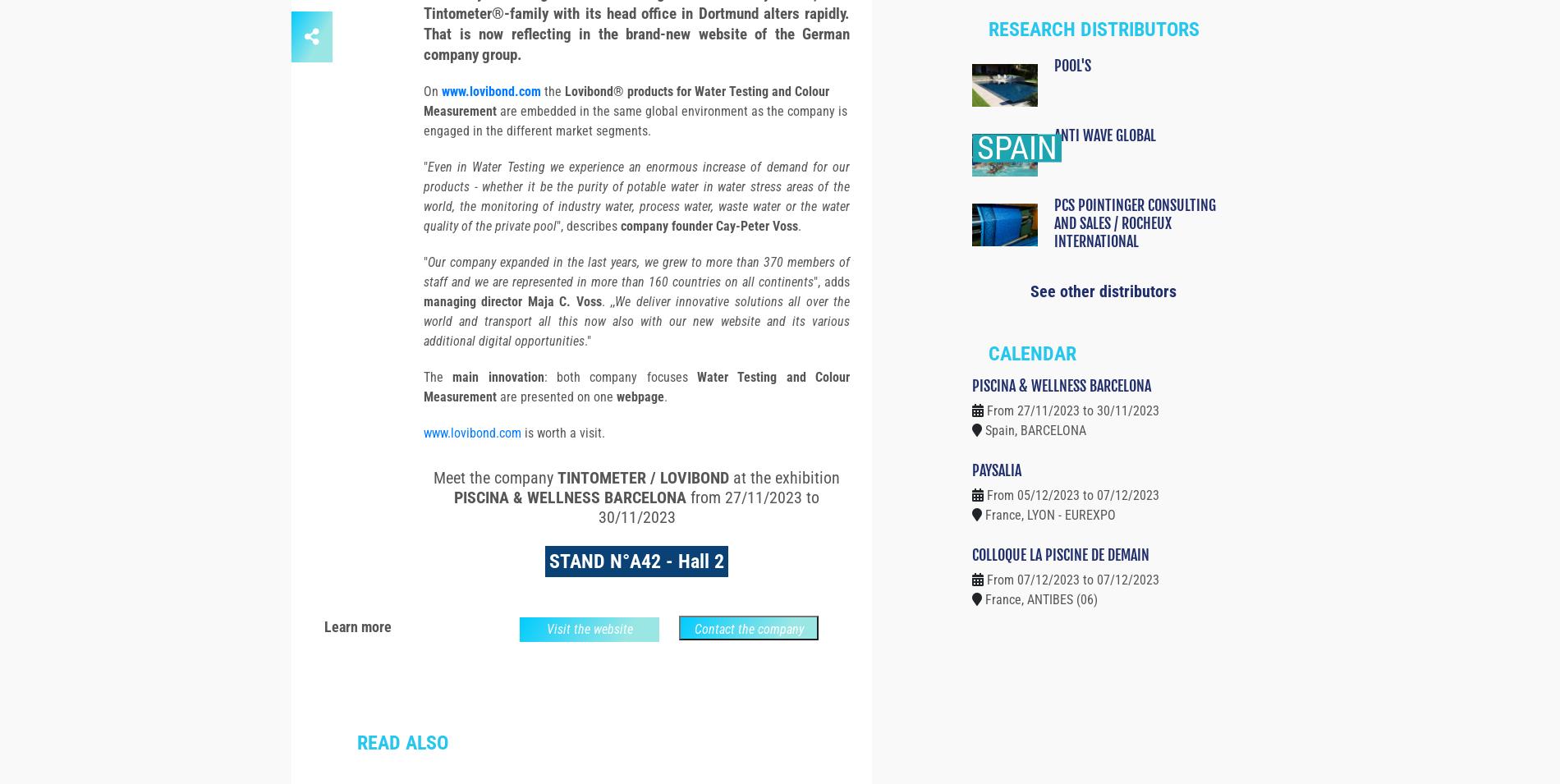  What do you see at coordinates (433, 120) in the screenshot?
I see `'On'` at bounding box center [433, 120].